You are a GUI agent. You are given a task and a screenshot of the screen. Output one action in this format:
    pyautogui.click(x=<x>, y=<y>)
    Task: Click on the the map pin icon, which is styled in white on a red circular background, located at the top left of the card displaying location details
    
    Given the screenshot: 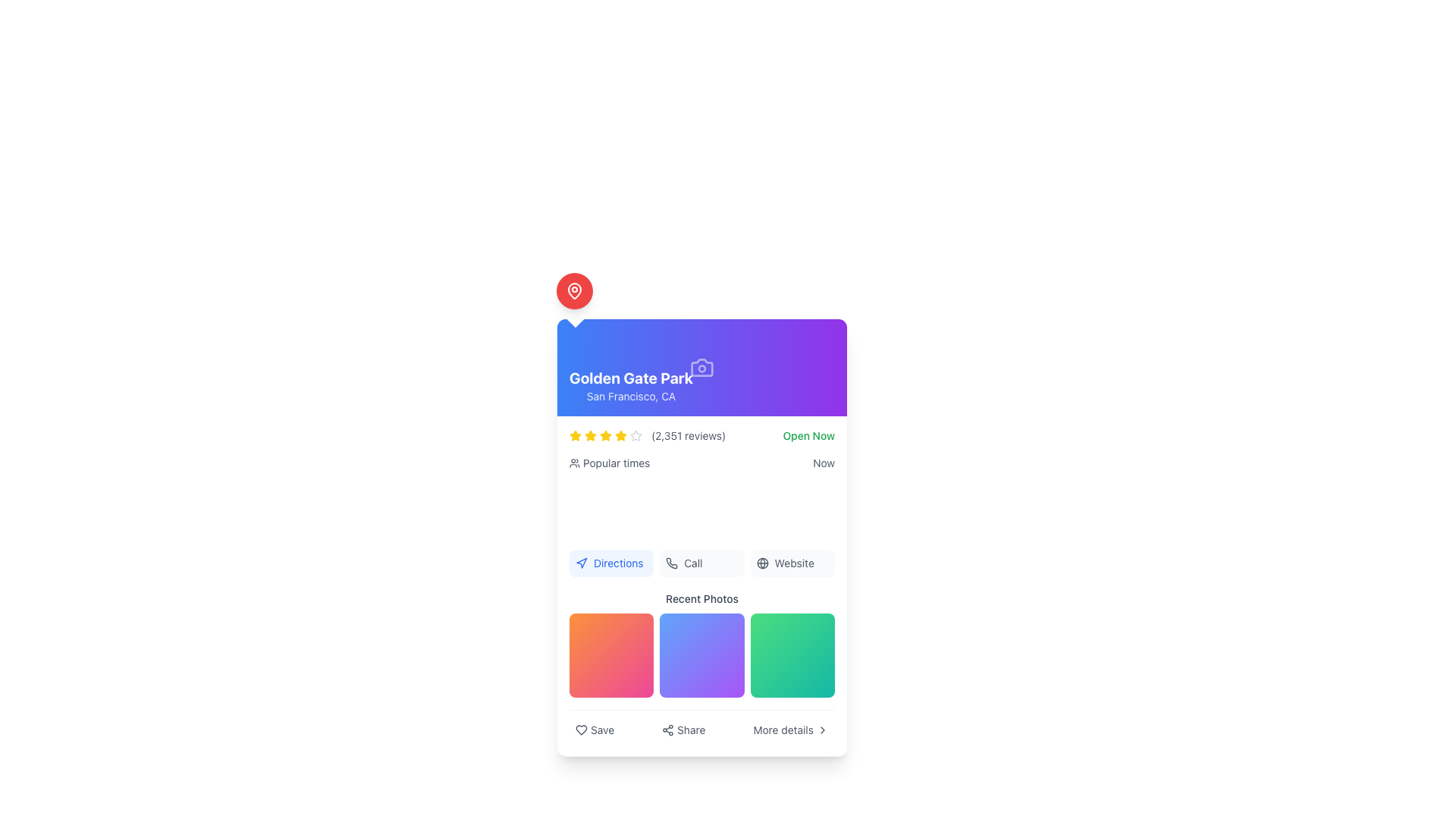 What is the action you would take?
    pyautogui.click(x=574, y=291)
    